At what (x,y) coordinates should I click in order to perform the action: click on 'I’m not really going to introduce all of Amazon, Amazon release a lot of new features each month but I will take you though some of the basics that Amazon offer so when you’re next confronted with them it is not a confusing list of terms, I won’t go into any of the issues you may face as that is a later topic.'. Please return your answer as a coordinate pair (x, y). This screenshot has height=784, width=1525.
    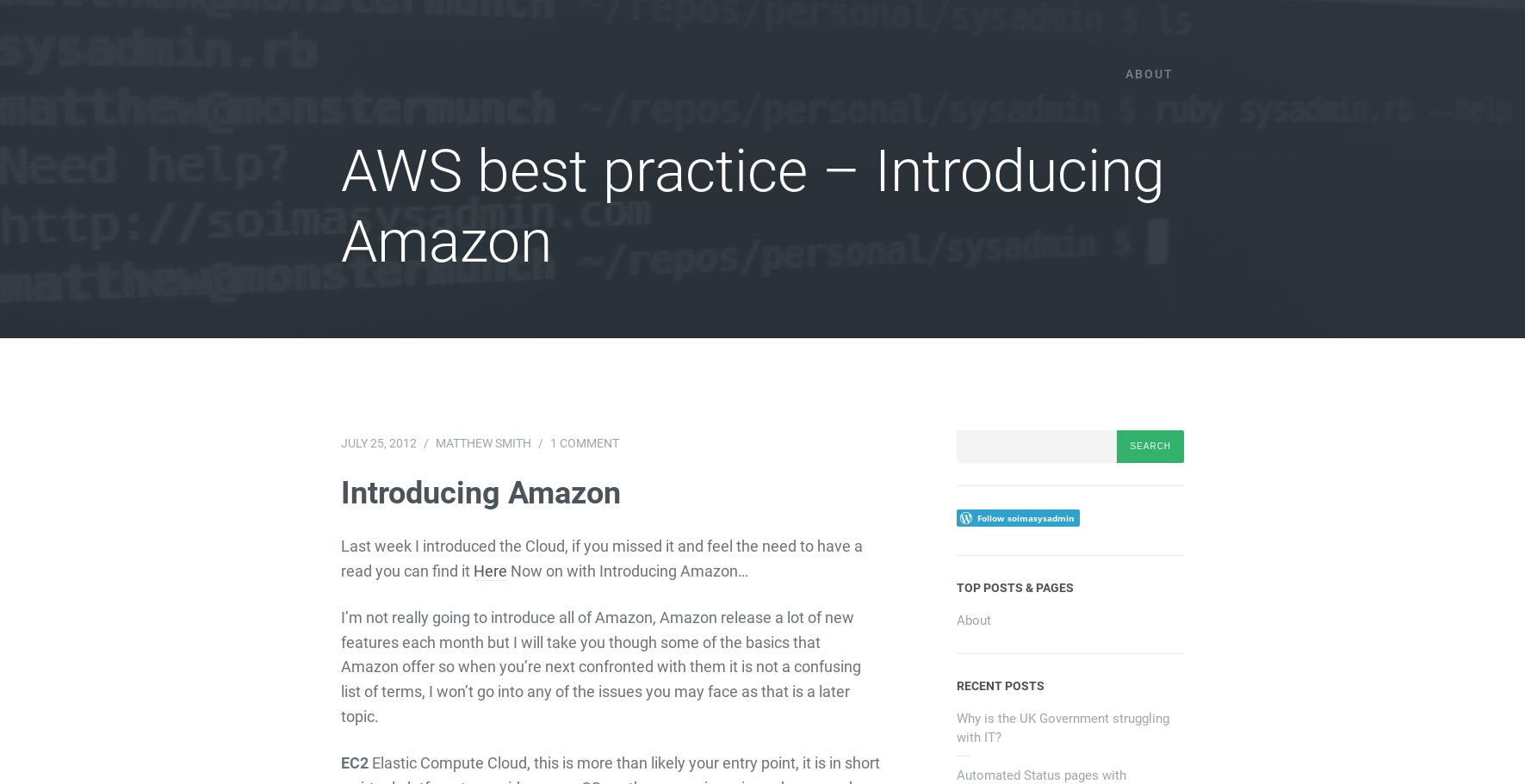
    Looking at the image, I should click on (600, 666).